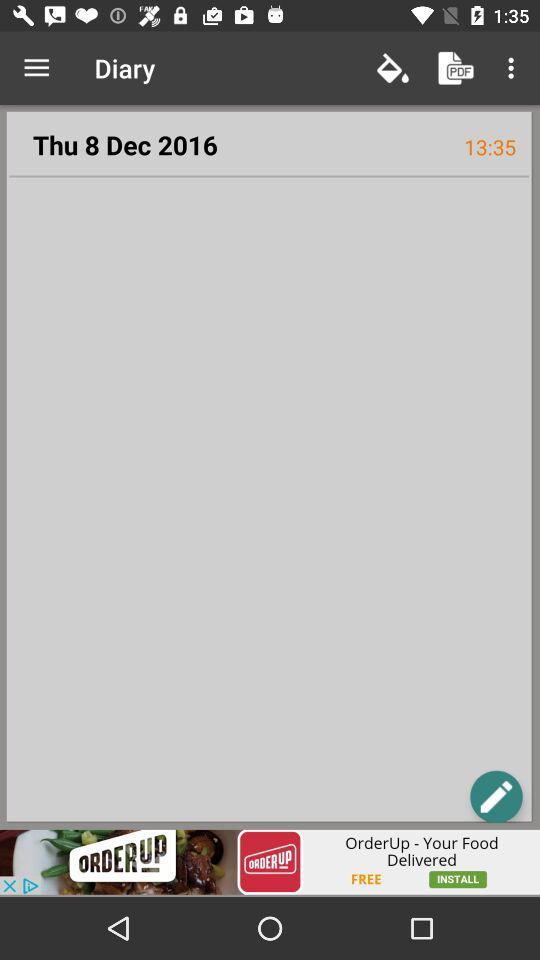 The image size is (540, 960). I want to click on open an advertisement, so click(270, 861).